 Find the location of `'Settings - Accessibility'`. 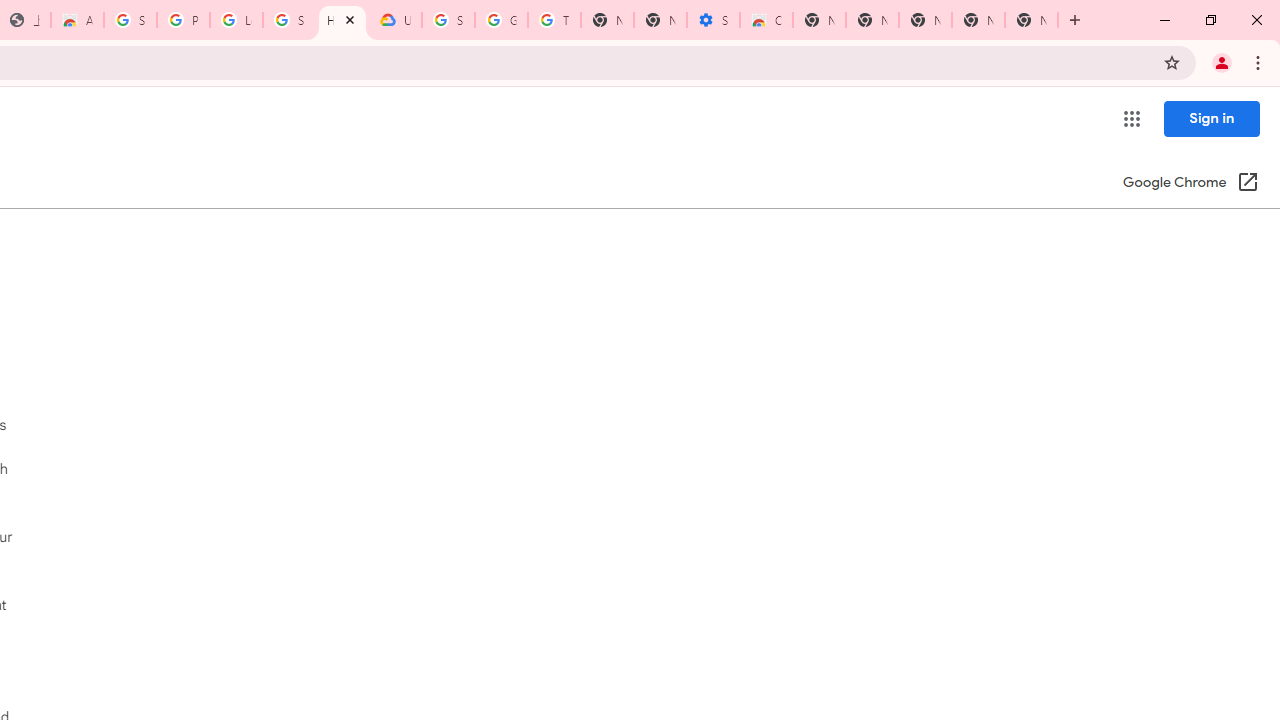

'Settings - Accessibility' is located at coordinates (713, 20).